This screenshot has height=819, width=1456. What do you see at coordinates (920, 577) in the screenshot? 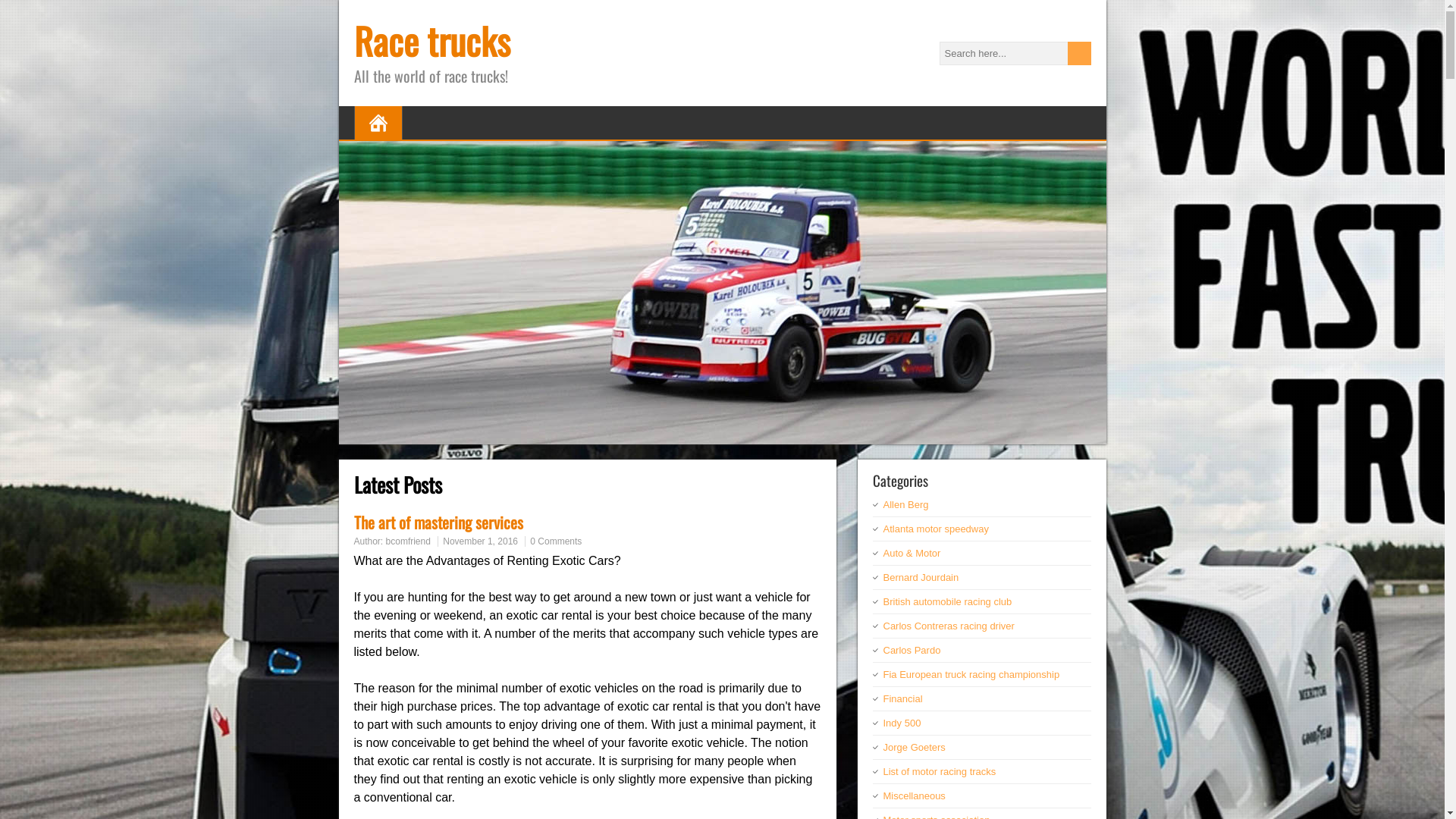
I see `'Bernard Jourdain'` at bounding box center [920, 577].